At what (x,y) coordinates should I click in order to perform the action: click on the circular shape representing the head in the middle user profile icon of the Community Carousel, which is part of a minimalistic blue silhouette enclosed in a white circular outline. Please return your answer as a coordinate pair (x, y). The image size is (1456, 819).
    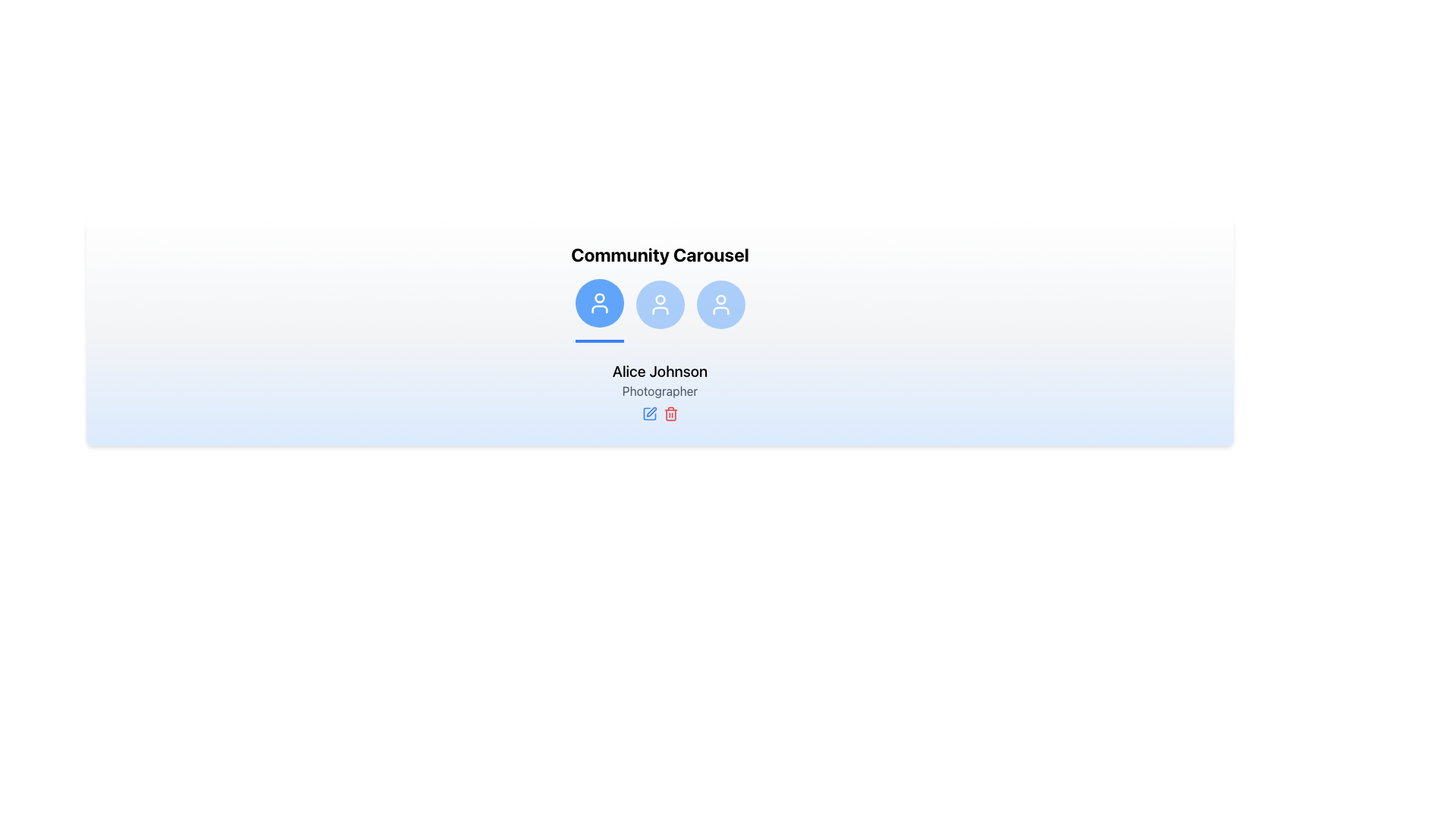
    Looking at the image, I should click on (660, 300).